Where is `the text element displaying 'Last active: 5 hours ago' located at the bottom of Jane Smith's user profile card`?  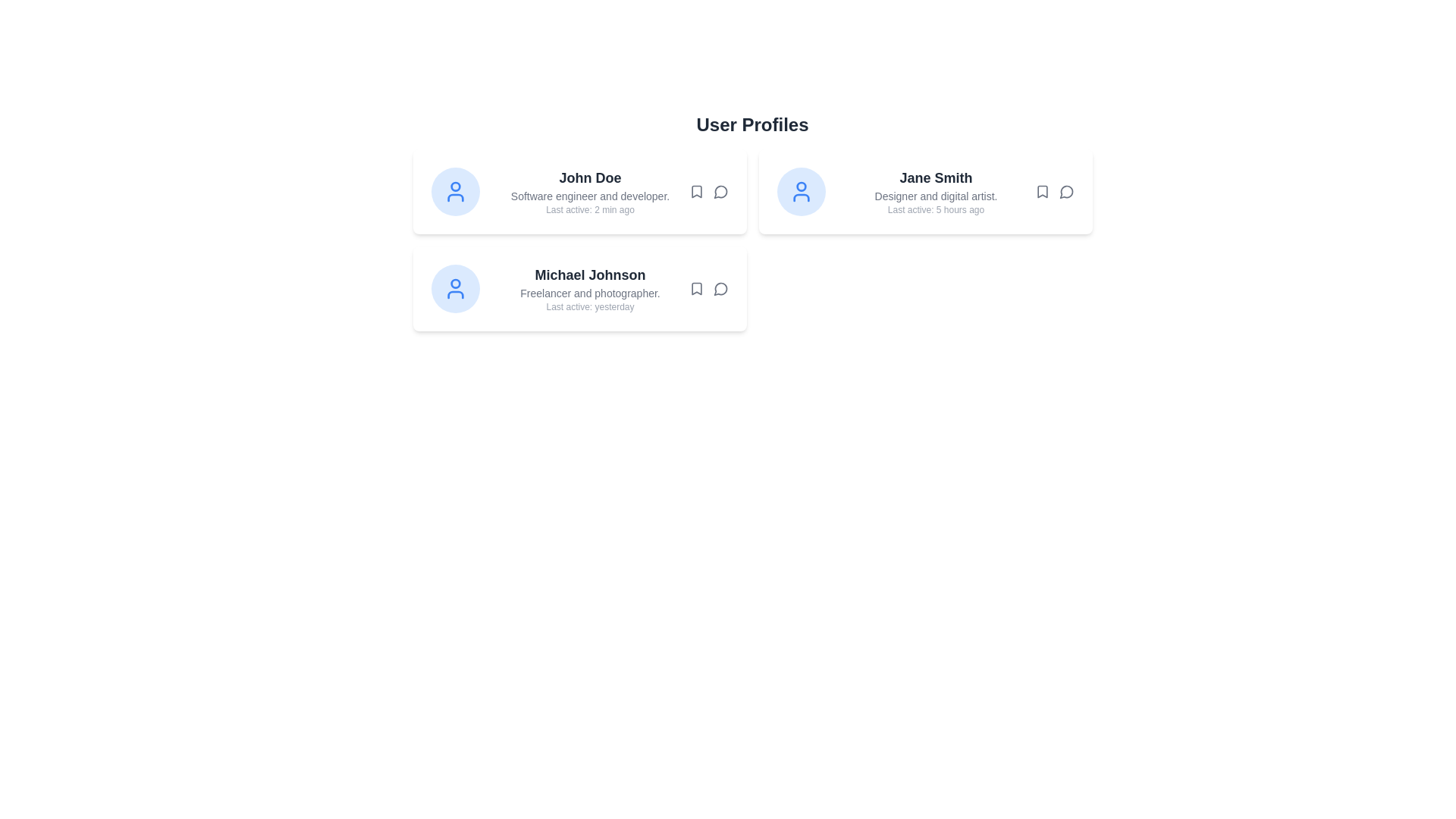 the text element displaying 'Last active: 5 hours ago' located at the bottom of Jane Smith's user profile card is located at coordinates (935, 210).